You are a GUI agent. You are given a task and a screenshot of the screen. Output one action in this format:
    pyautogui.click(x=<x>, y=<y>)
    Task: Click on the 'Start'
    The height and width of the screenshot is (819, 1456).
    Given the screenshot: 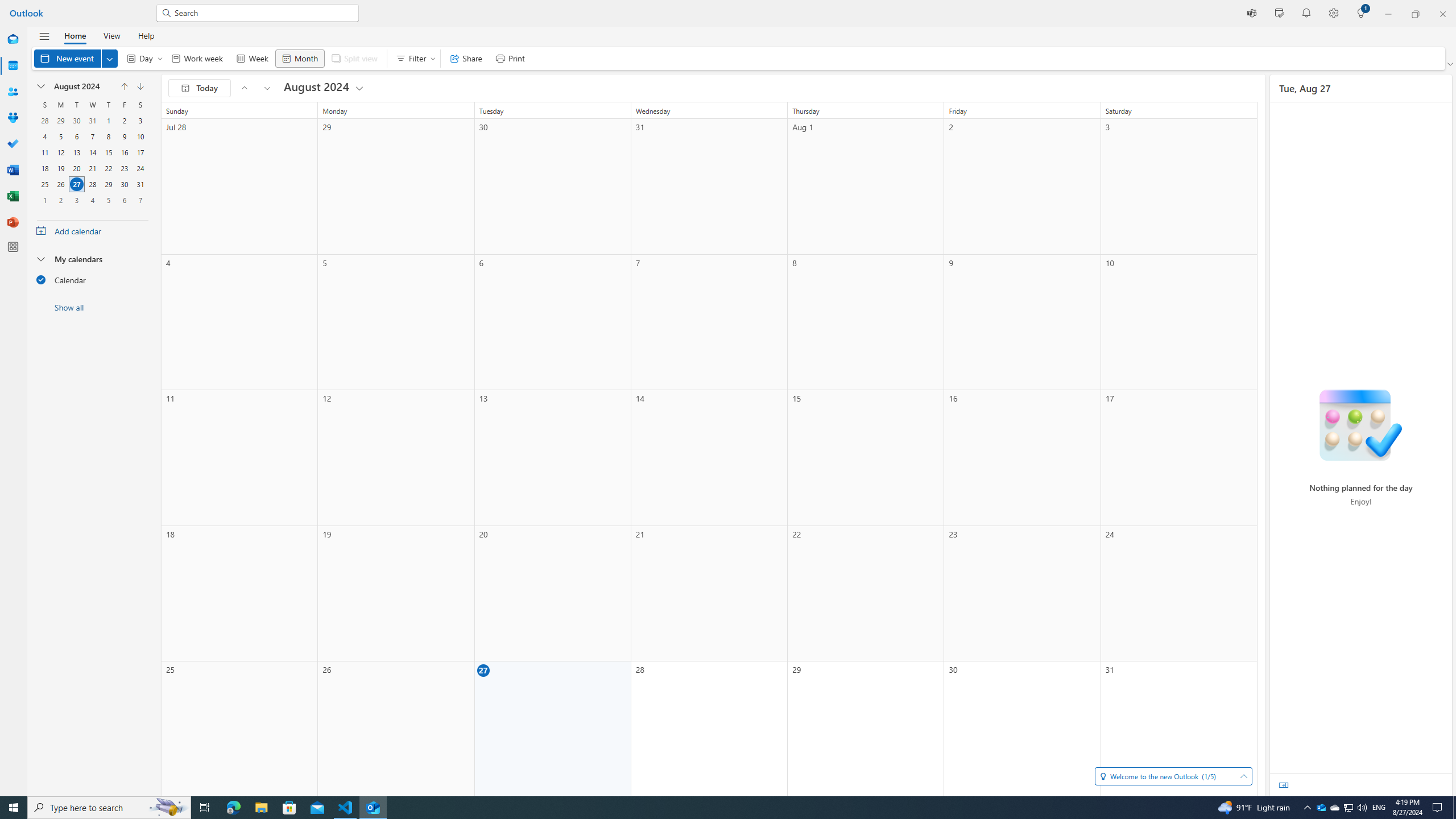 What is the action you would take?
    pyautogui.click(x=14, y=806)
    